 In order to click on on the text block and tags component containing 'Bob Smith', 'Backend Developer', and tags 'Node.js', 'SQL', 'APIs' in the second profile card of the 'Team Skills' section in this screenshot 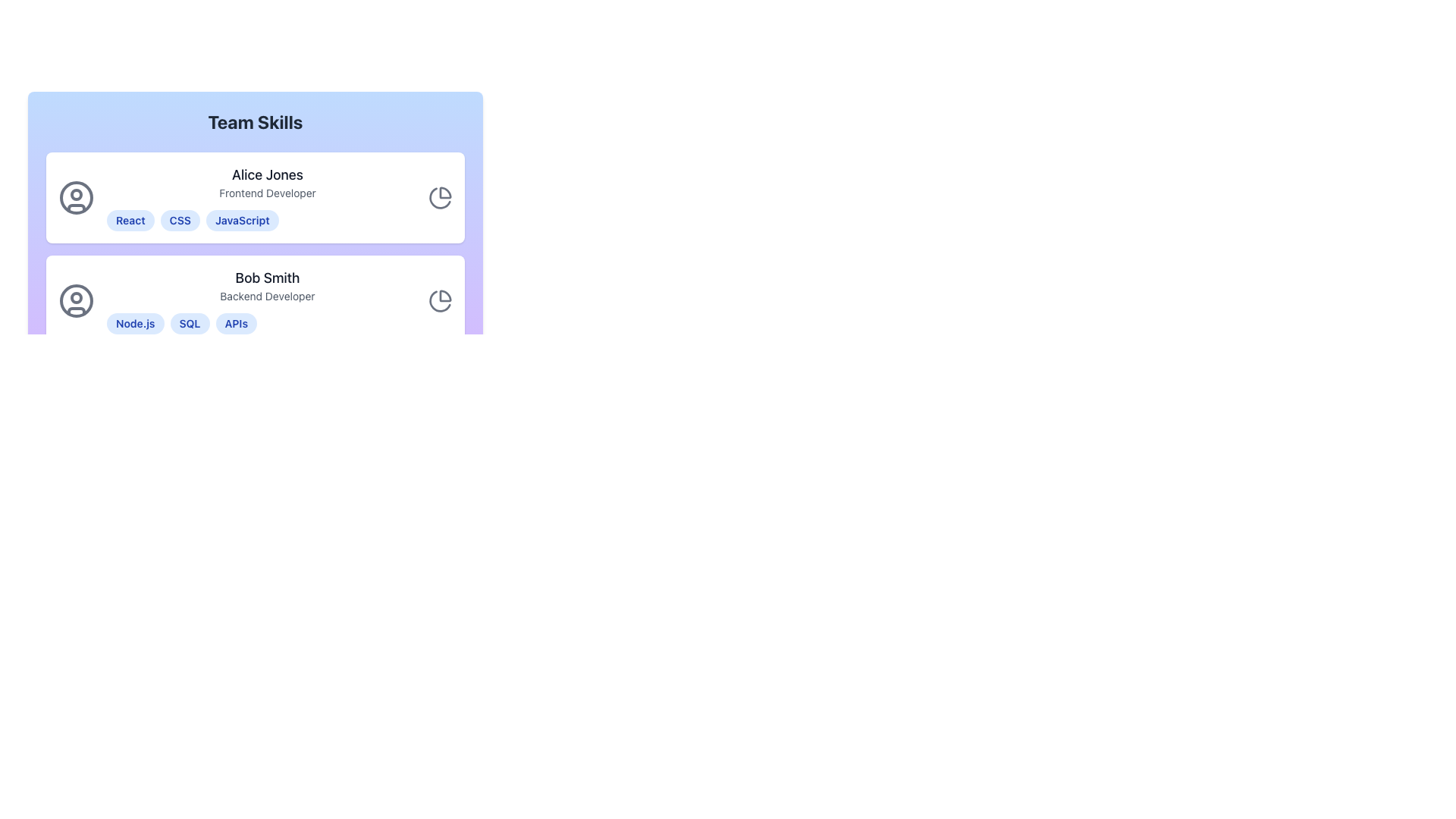, I will do `click(268, 301)`.